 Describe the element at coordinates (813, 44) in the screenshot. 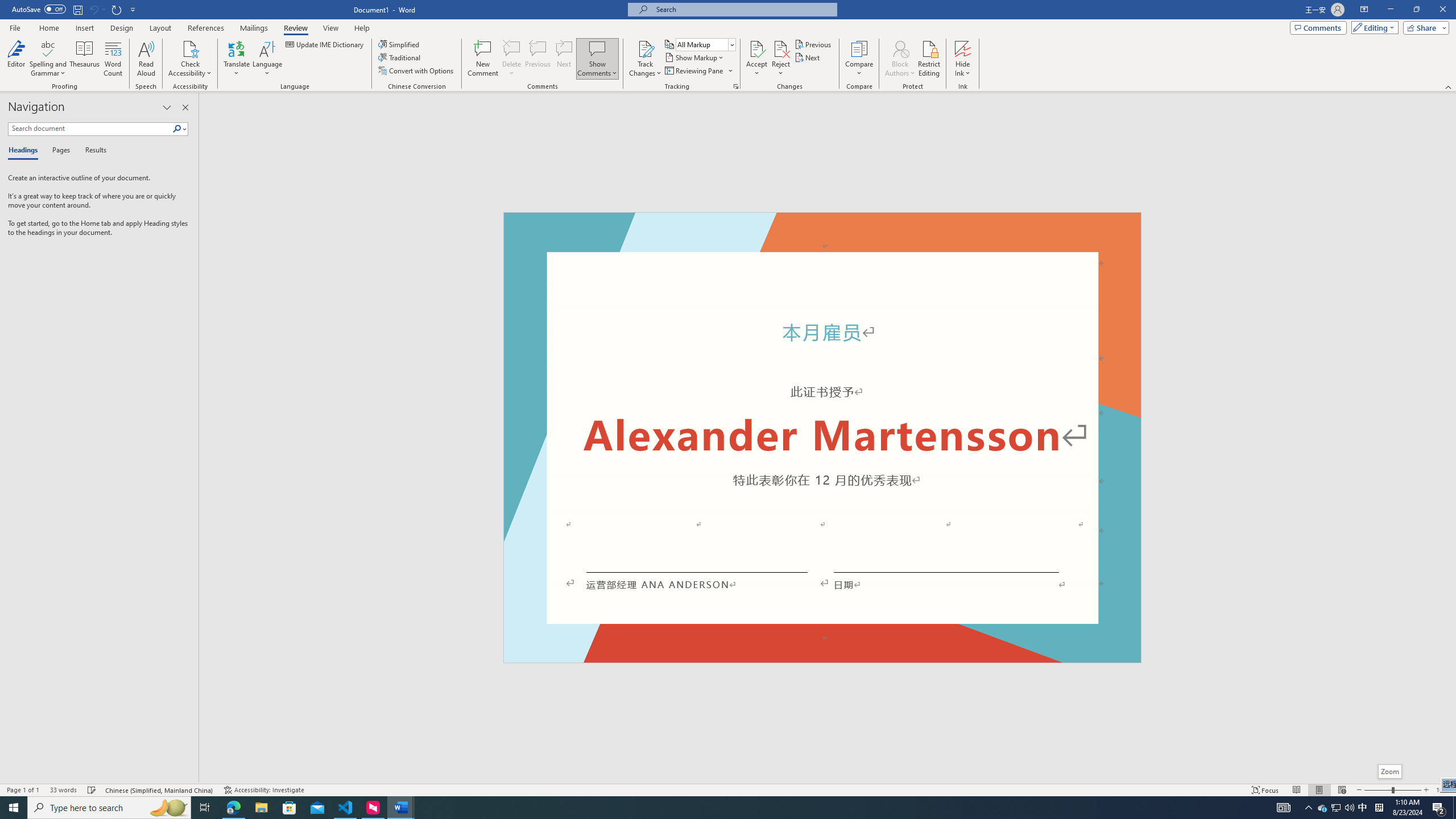

I see `'Previous'` at that location.